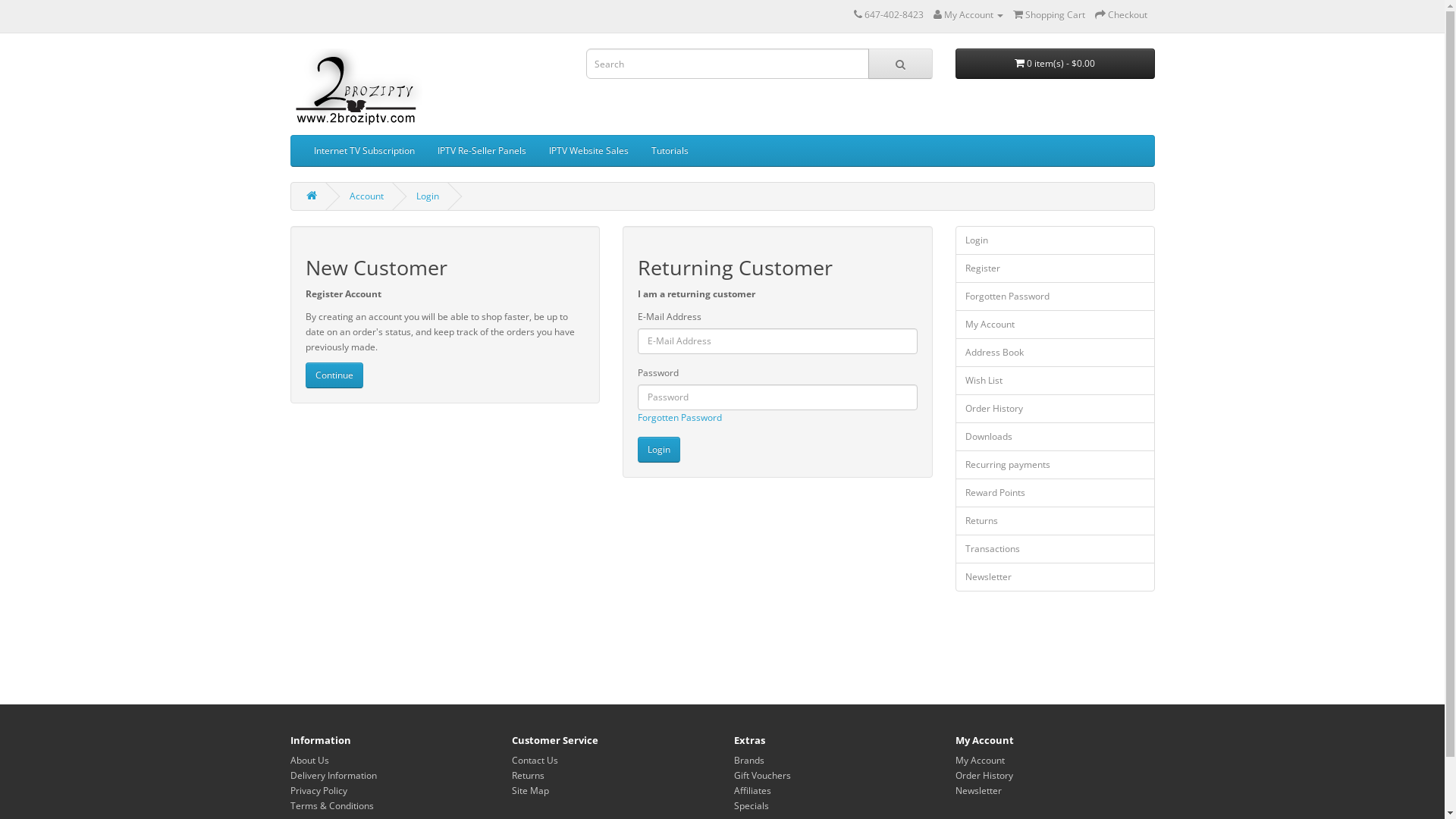 This screenshot has height=819, width=1456. What do you see at coordinates (954, 379) in the screenshot?
I see `'Wish List'` at bounding box center [954, 379].